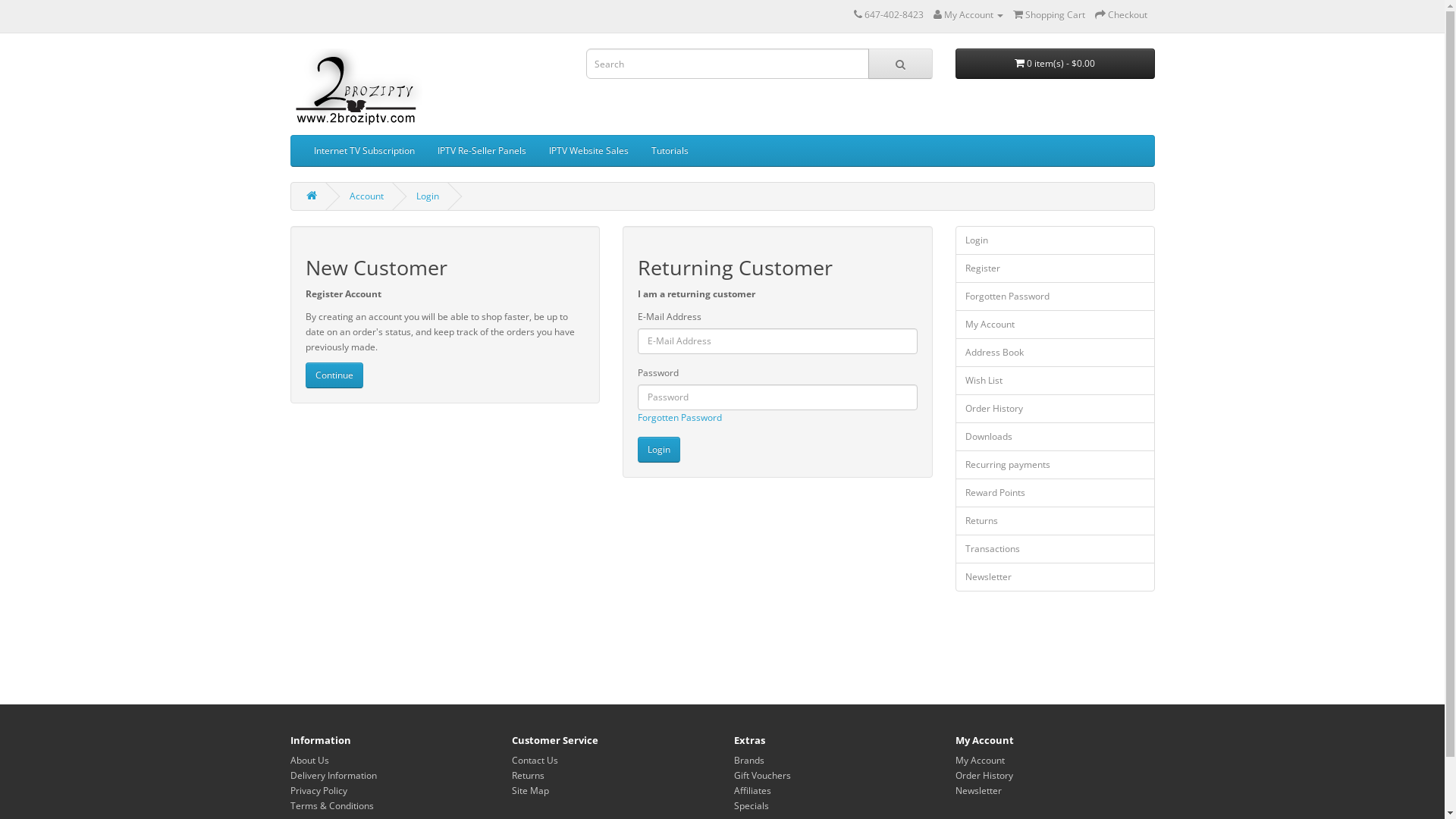 This screenshot has height=819, width=1456. What do you see at coordinates (954, 379) in the screenshot?
I see `'Wish List'` at bounding box center [954, 379].